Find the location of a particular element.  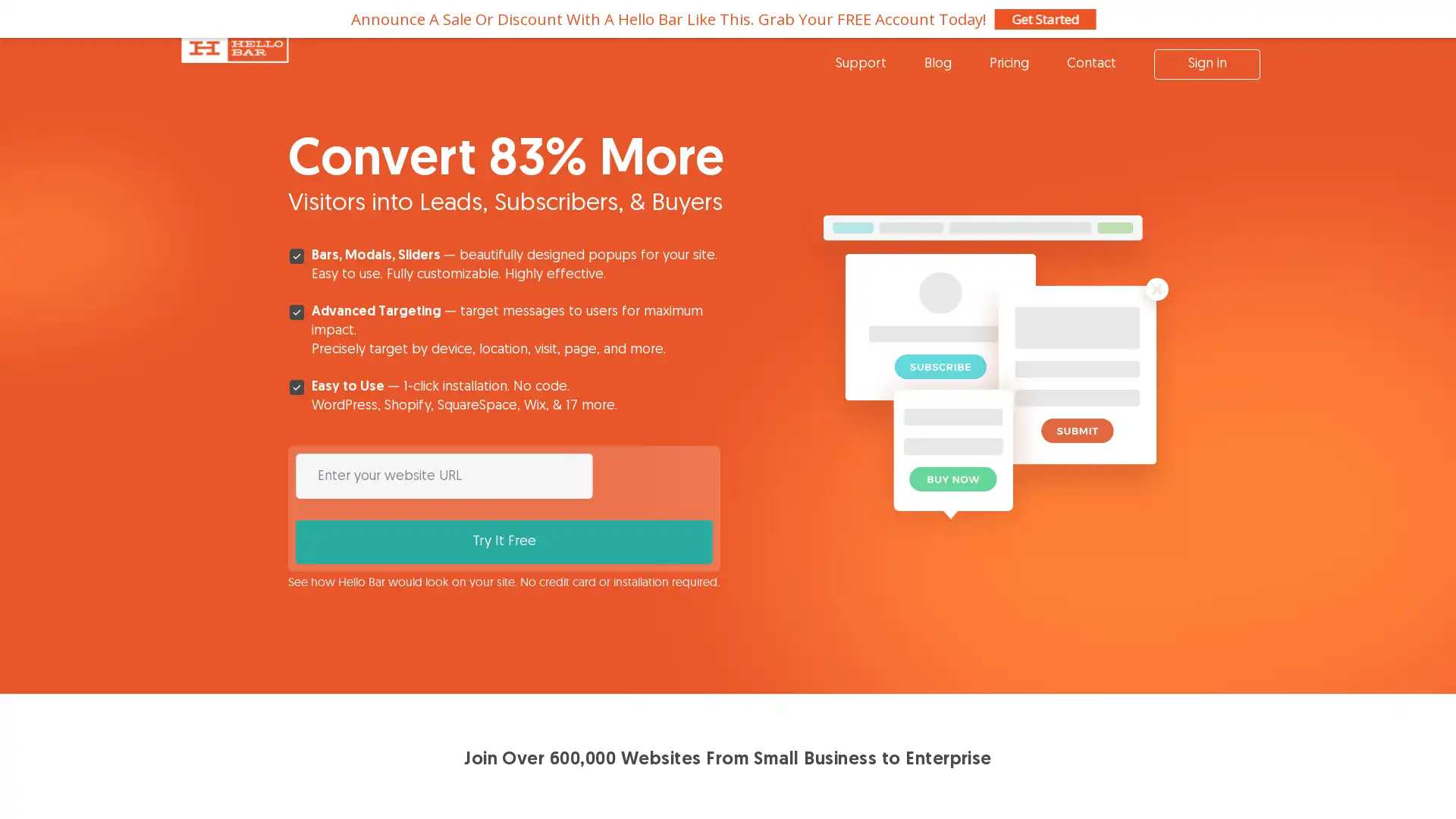

Try It Free is located at coordinates (656, 475).